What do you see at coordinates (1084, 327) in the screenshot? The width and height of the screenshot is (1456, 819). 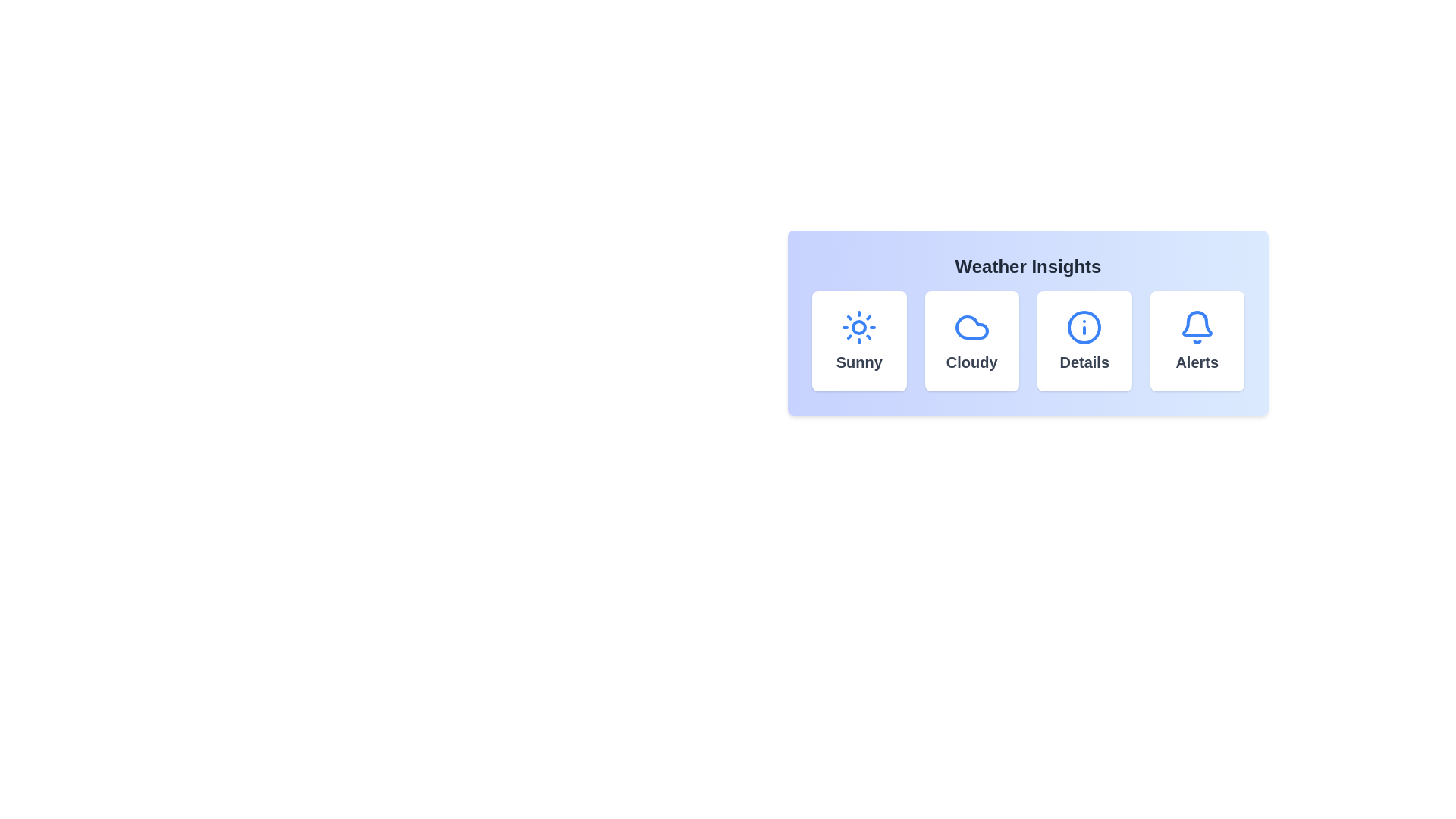 I see `the circular outline of the 'Details' button, which is the third button from the left in the Weather Insights panel` at bounding box center [1084, 327].